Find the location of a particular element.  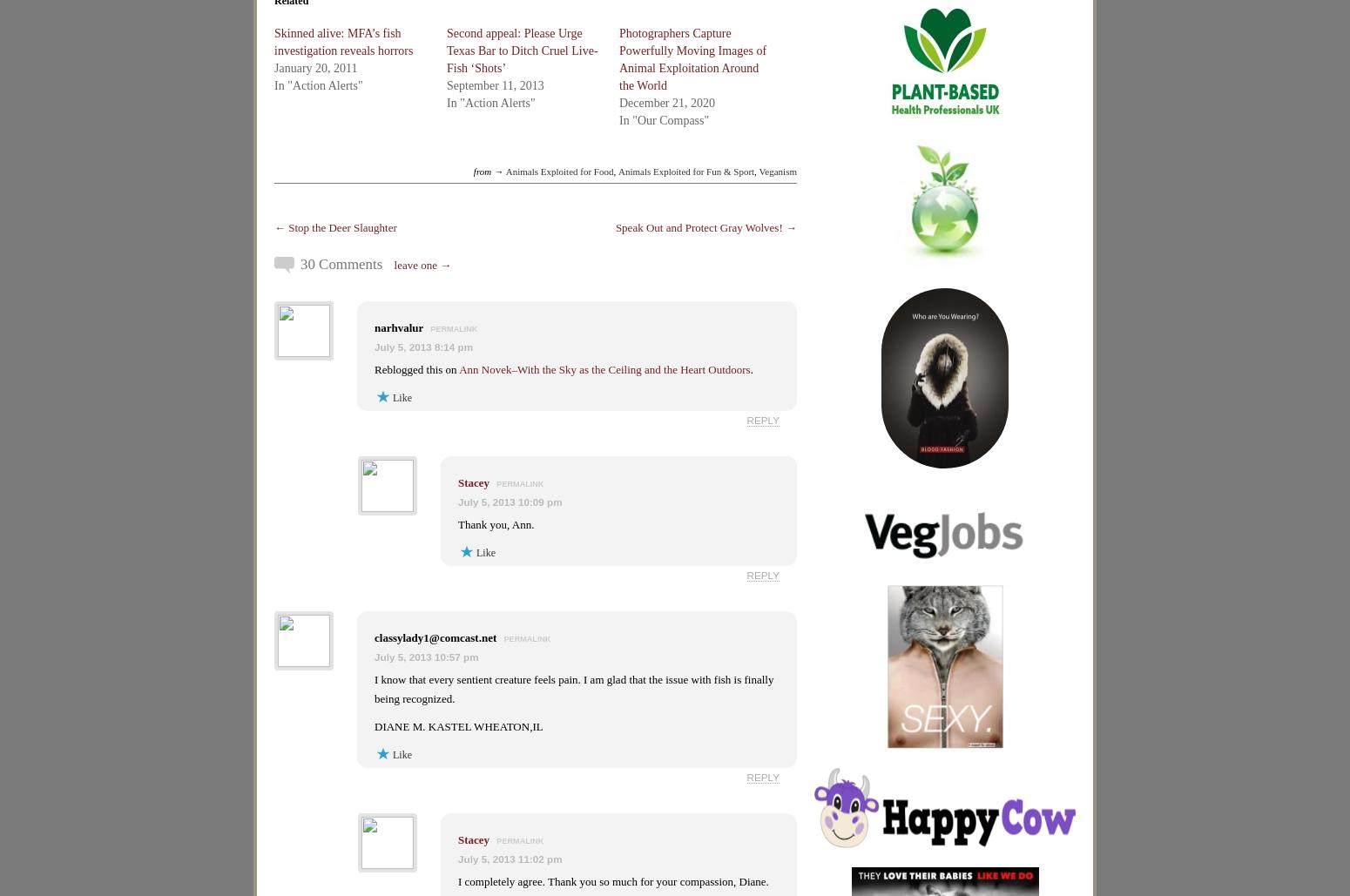

'July 5, 2013 10:09 pm' is located at coordinates (510, 501).